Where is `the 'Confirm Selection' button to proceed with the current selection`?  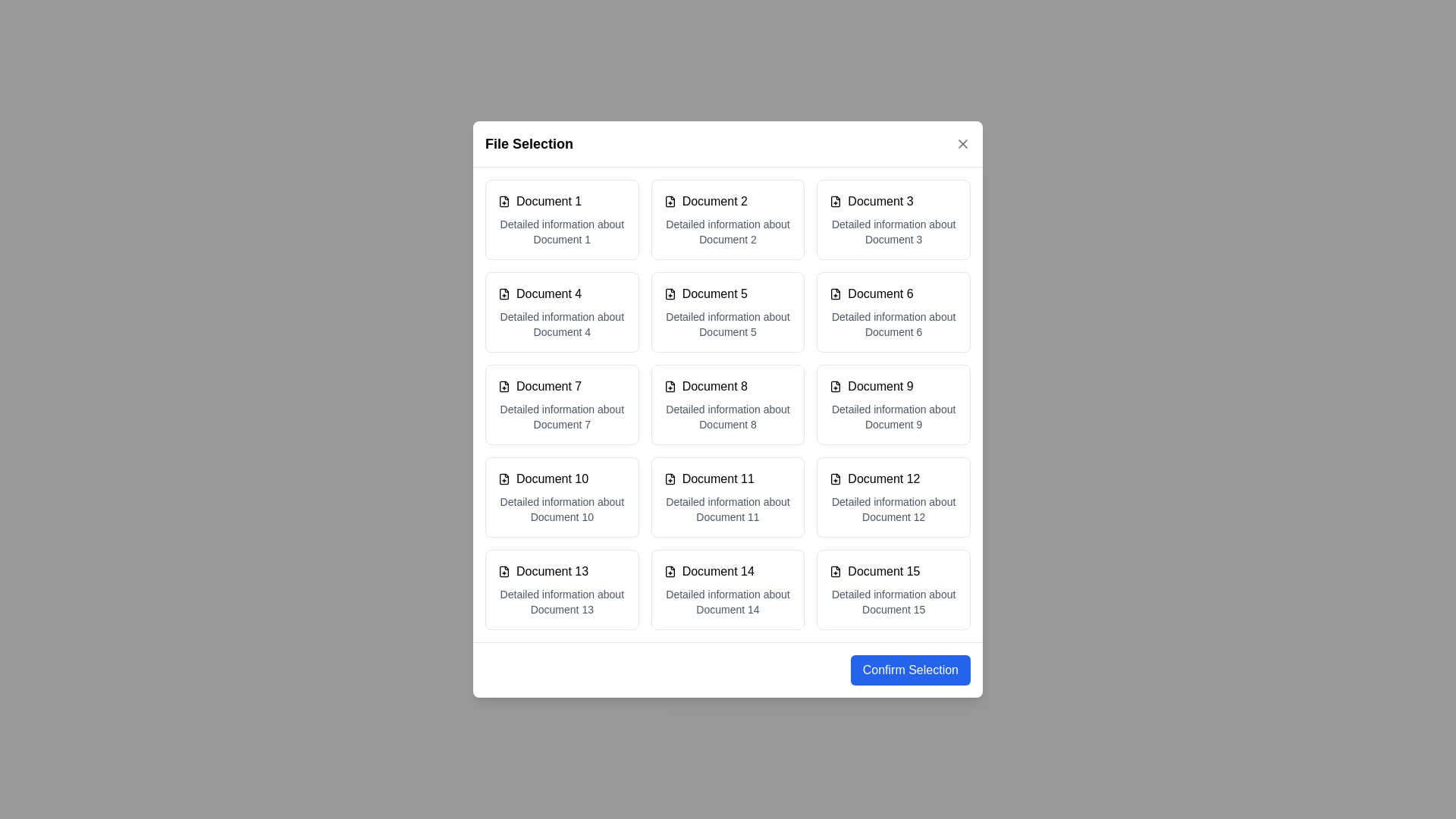
the 'Confirm Selection' button to proceed with the current selection is located at coordinates (910, 669).